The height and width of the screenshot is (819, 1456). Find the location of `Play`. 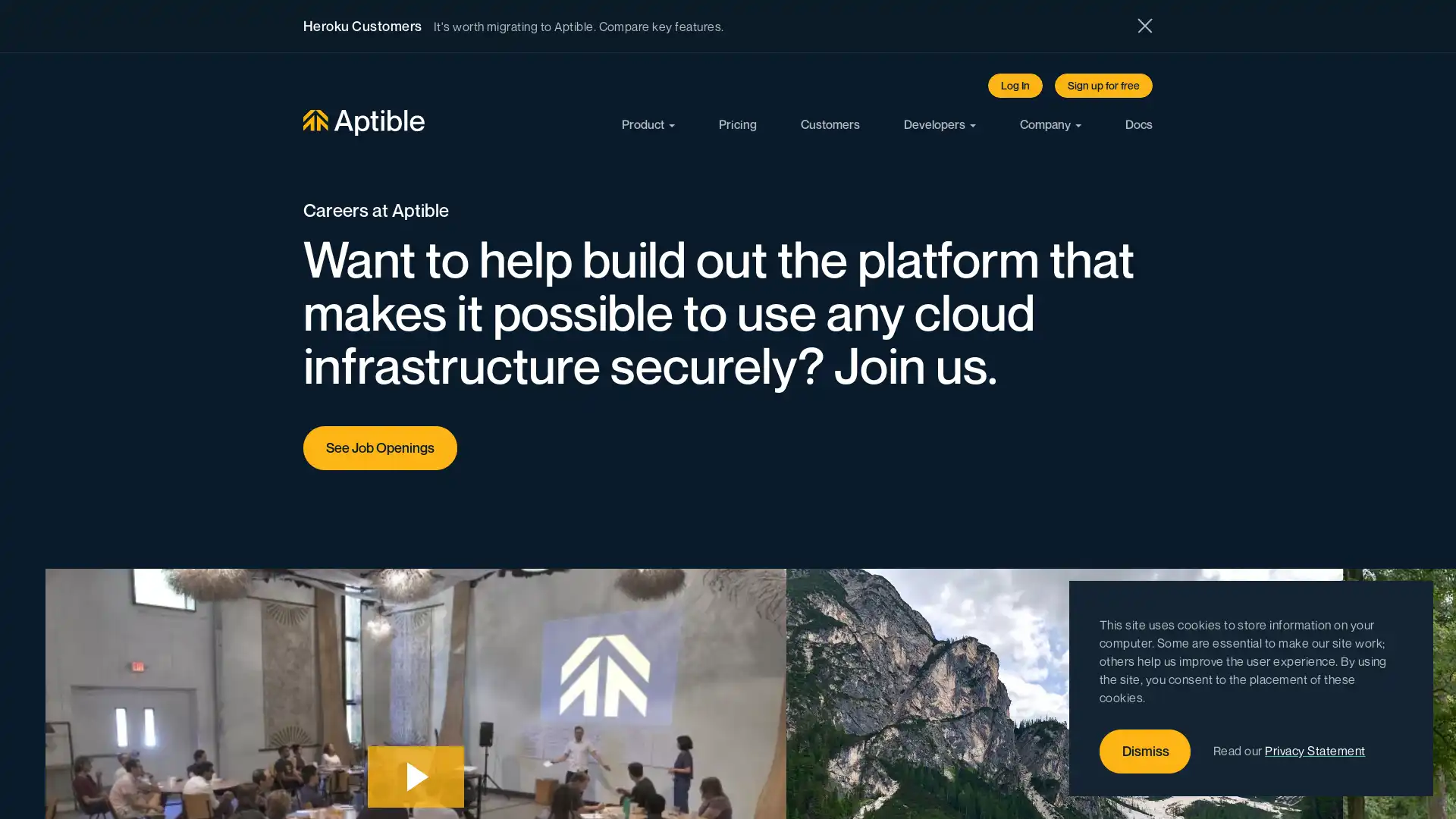

Play is located at coordinates (416, 776).